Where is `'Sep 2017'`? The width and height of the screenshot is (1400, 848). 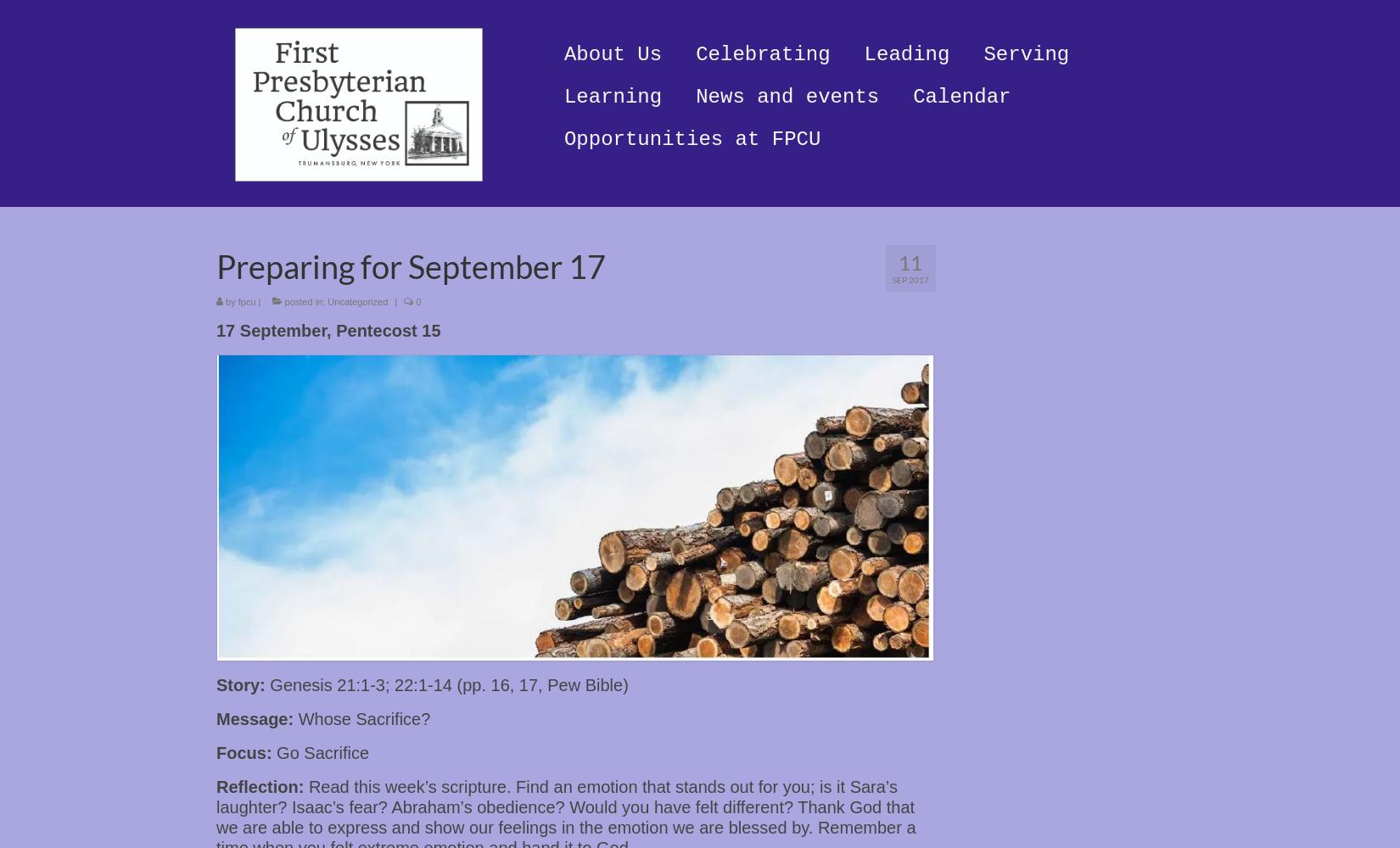
'Sep 2017' is located at coordinates (910, 278).